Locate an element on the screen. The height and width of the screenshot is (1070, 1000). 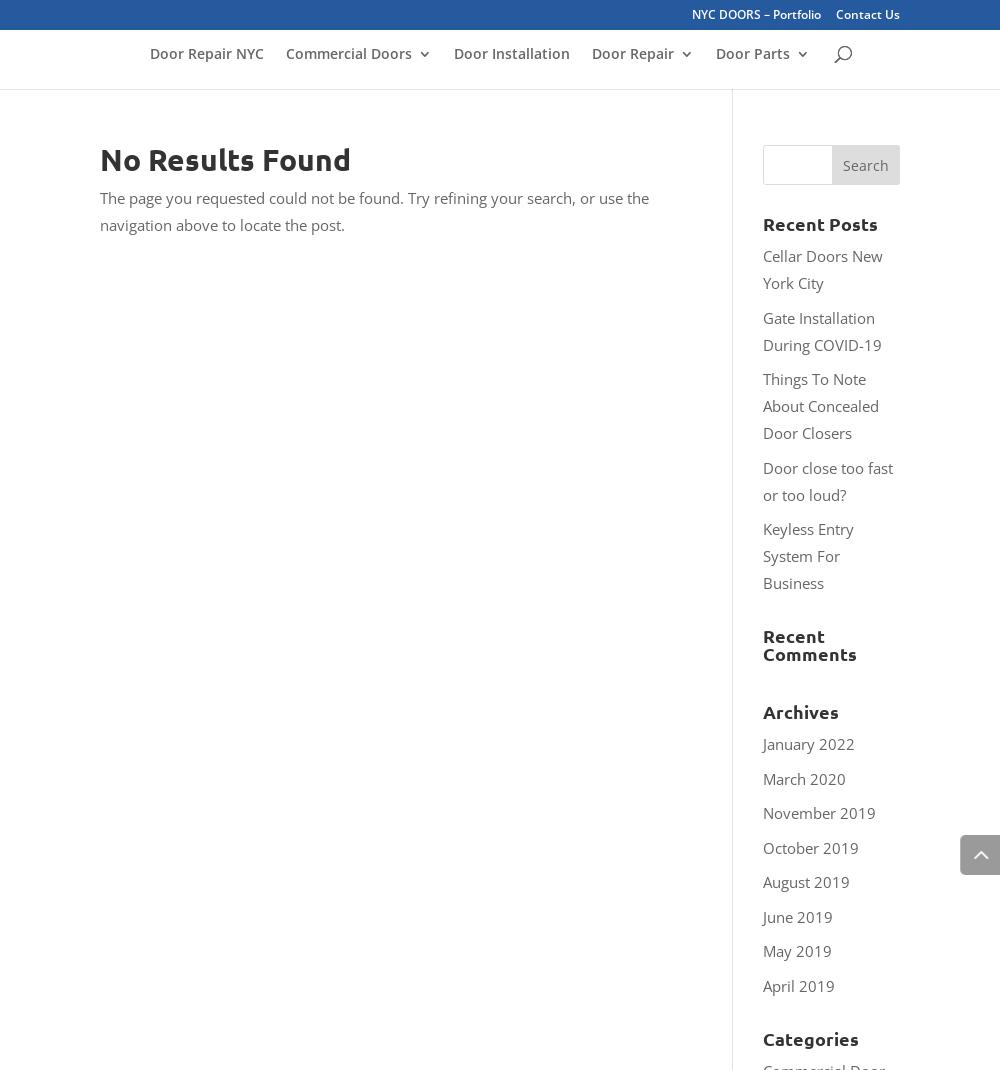
'Choosing the Best Door Closer' is located at coordinates (817, 304).